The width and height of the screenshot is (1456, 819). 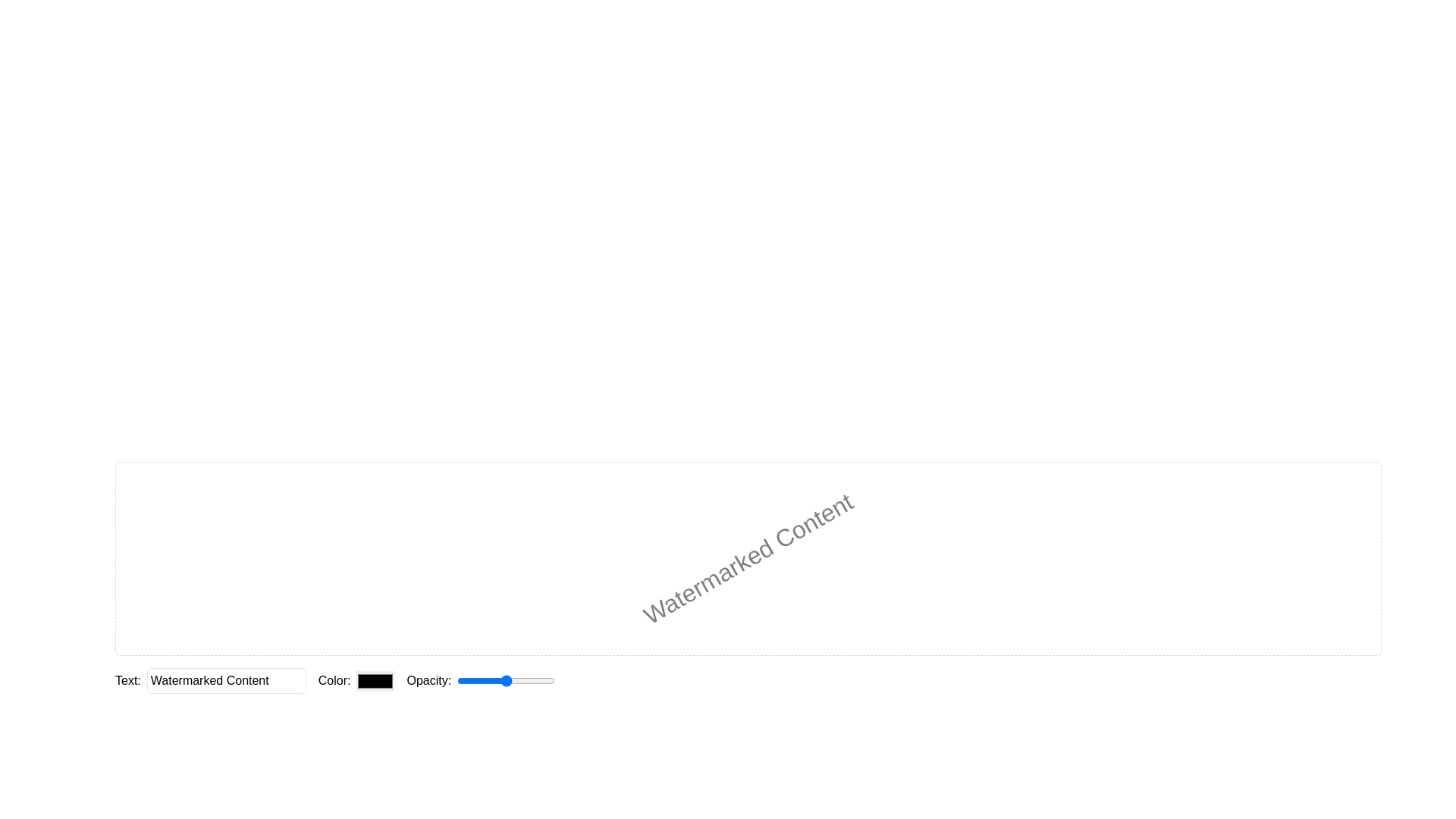 What do you see at coordinates (375, 680) in the screenshot?
I see `the color picker input box, which is rectangular with a black fill, located to the right of the label 'Color:'` at bounding box center [375, 680].